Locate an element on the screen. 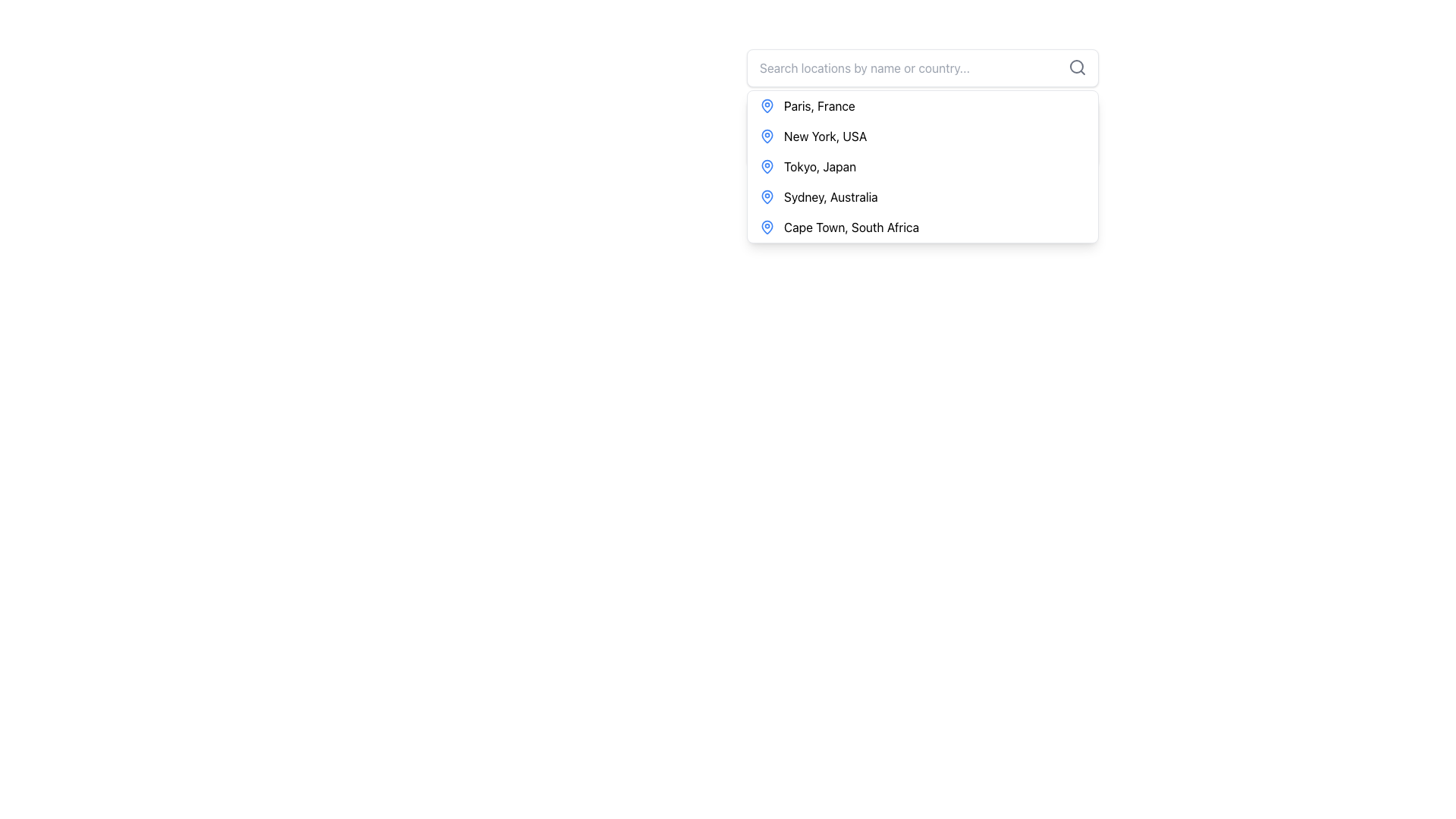 The width and height of the screenshot is (1456, 819). the first selectable option 'Paris, France' in the dropdown menu is located at coordinates (922, 105).